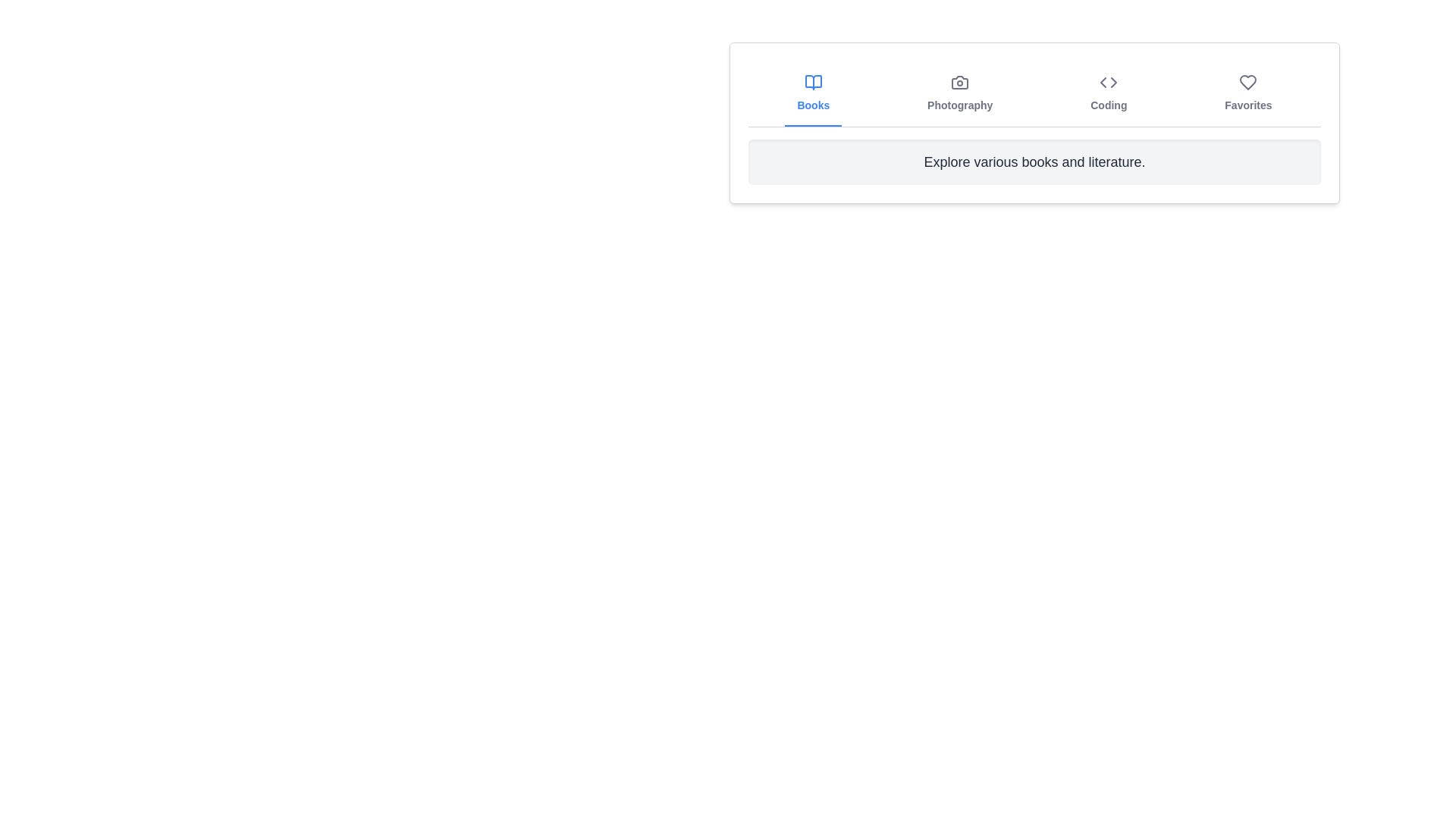  Describe the element at coordinates (959, 104) in the screenshot. I see `the 'Photography' text label, which is the second option in a horizontal layout of categories, associated with a camera icon` at that location.